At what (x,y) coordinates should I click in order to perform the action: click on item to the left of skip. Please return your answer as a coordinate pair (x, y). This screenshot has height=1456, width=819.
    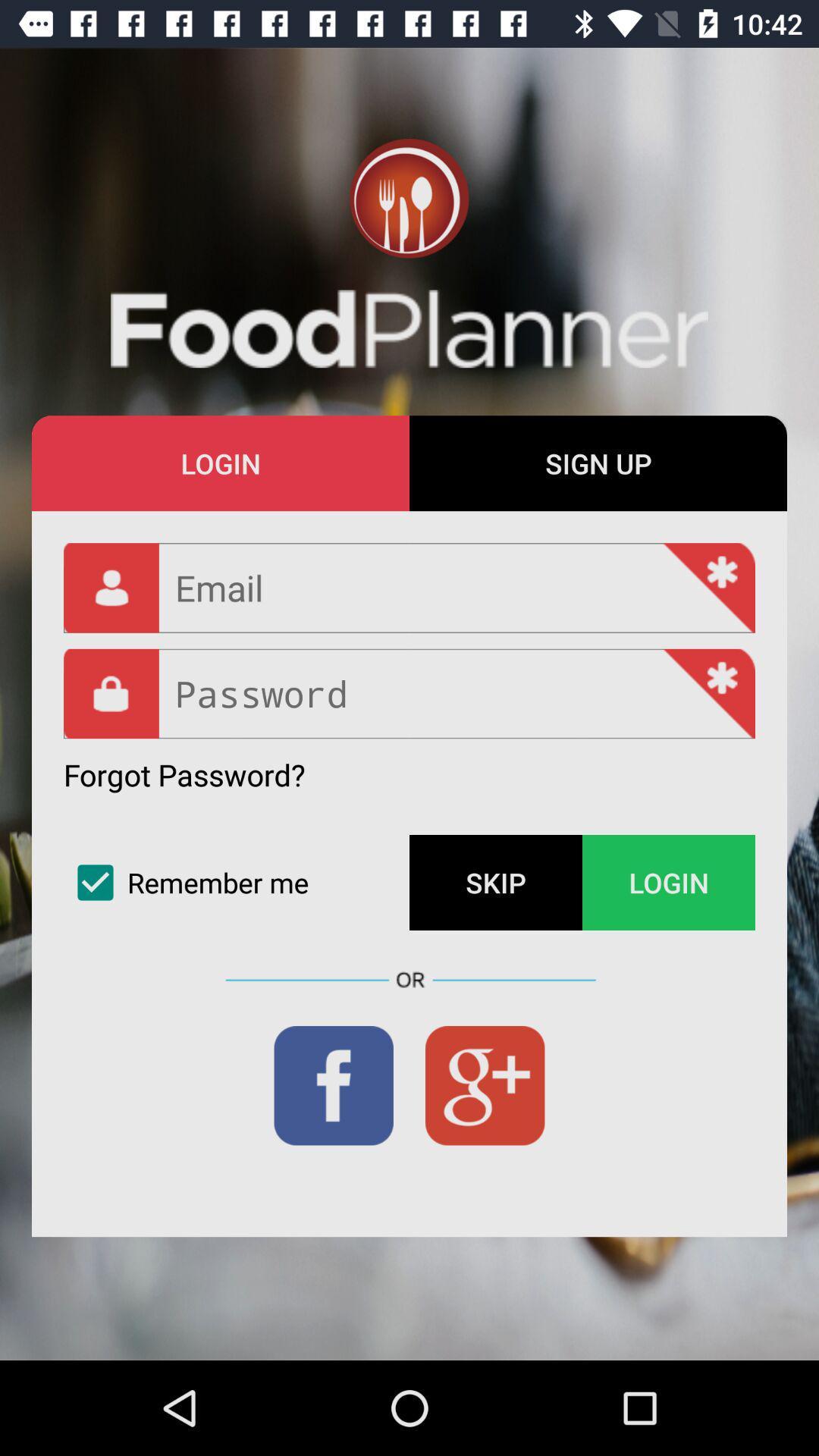
    Looking at the image, I should click on (237, 883).